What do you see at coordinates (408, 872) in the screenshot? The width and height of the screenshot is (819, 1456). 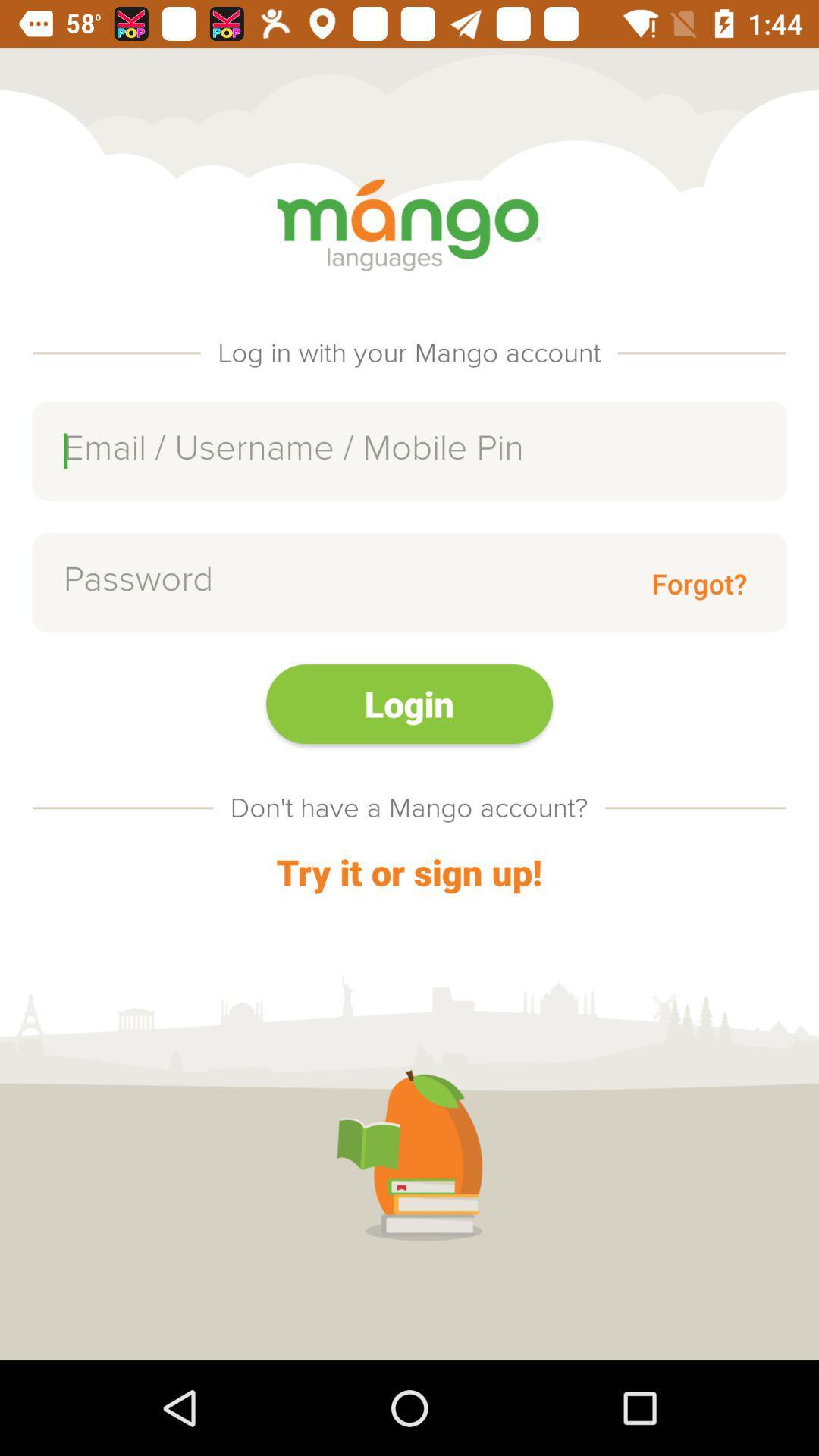 I see `item below the don t have item` at bounding box center [408, 872].